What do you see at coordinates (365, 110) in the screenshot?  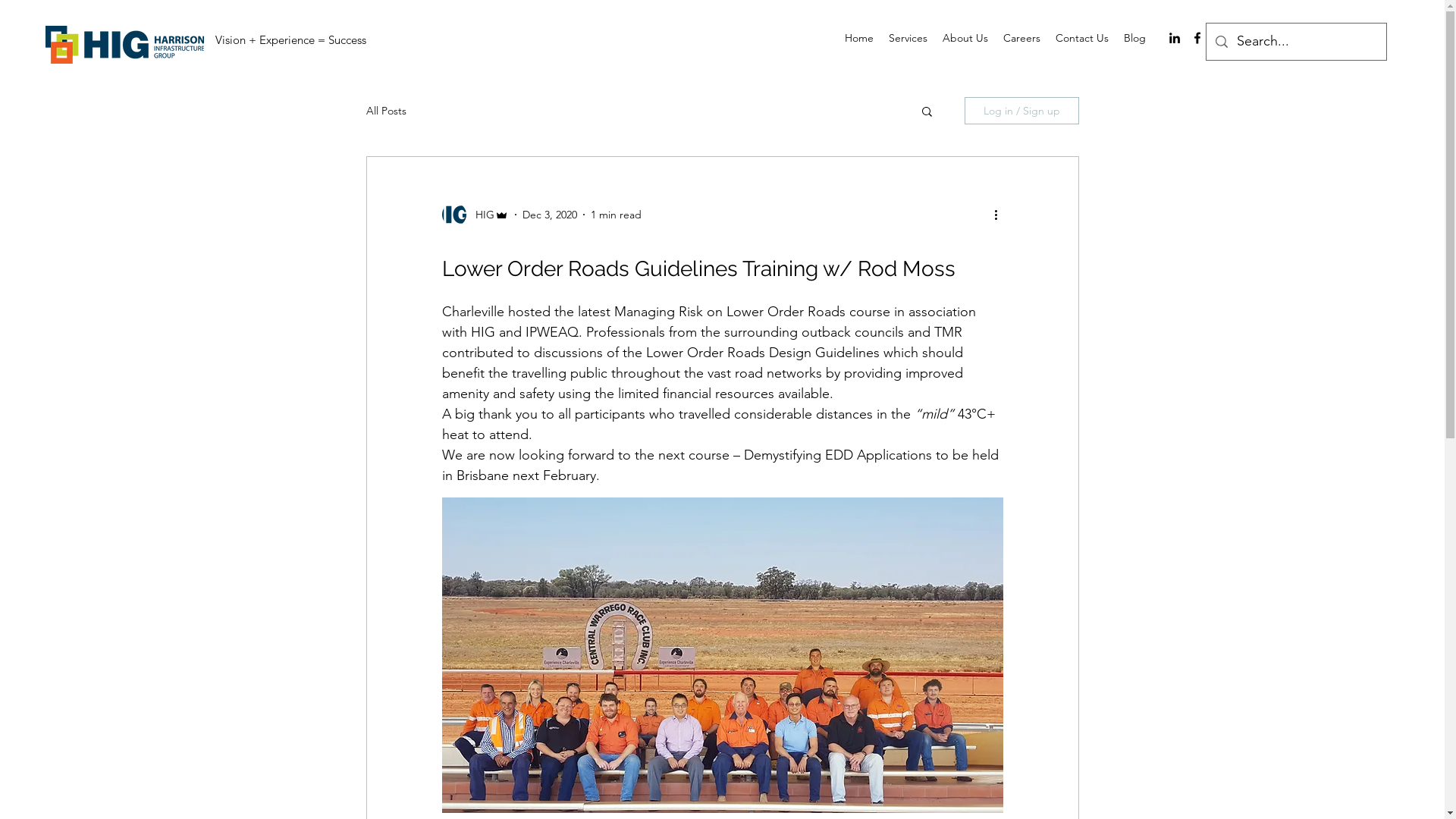 I see `'All Posts'` at bounding box center [365, 110].